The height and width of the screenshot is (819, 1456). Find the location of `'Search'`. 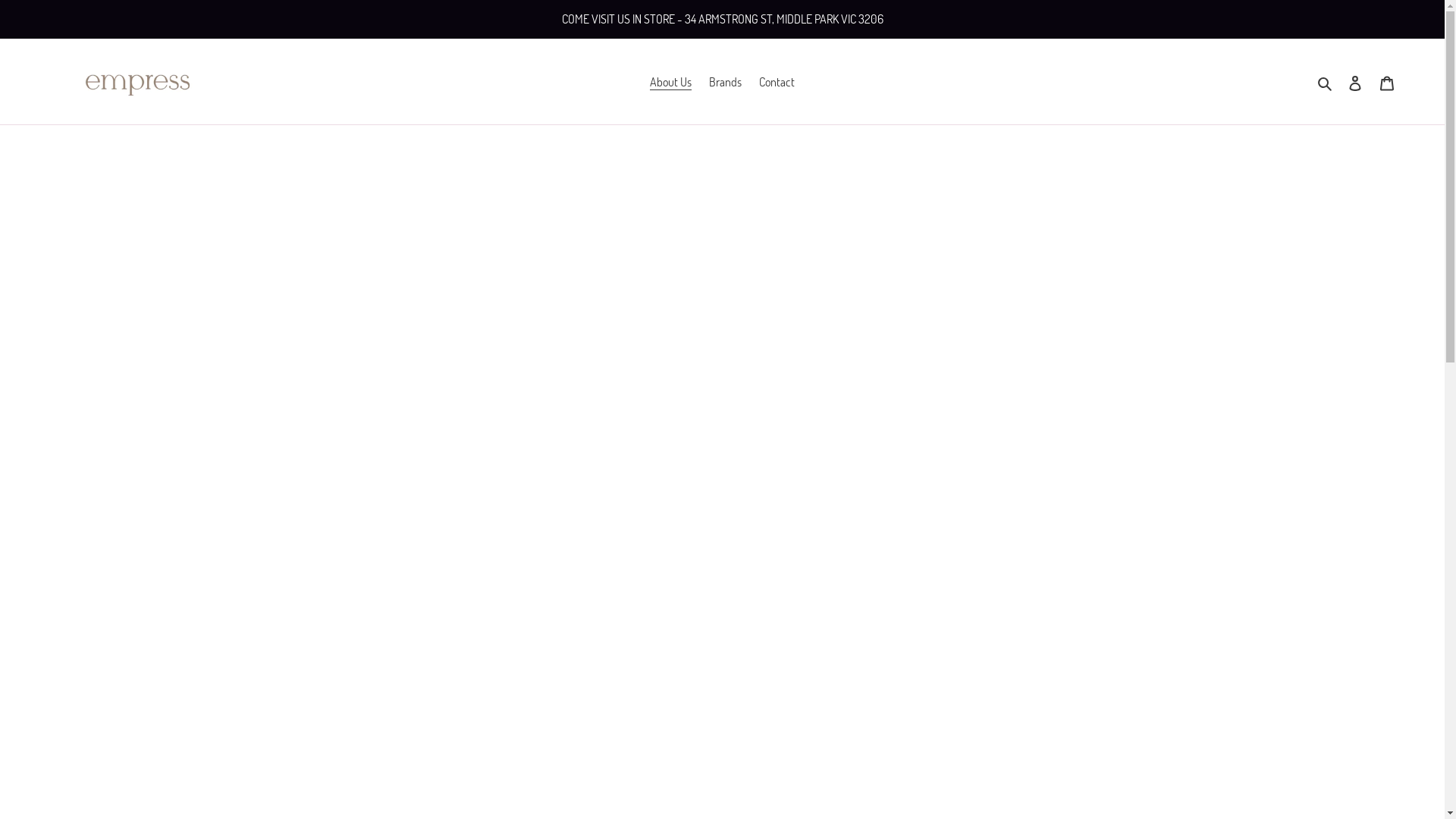

'Search' is located at coordinates (1325, 82).